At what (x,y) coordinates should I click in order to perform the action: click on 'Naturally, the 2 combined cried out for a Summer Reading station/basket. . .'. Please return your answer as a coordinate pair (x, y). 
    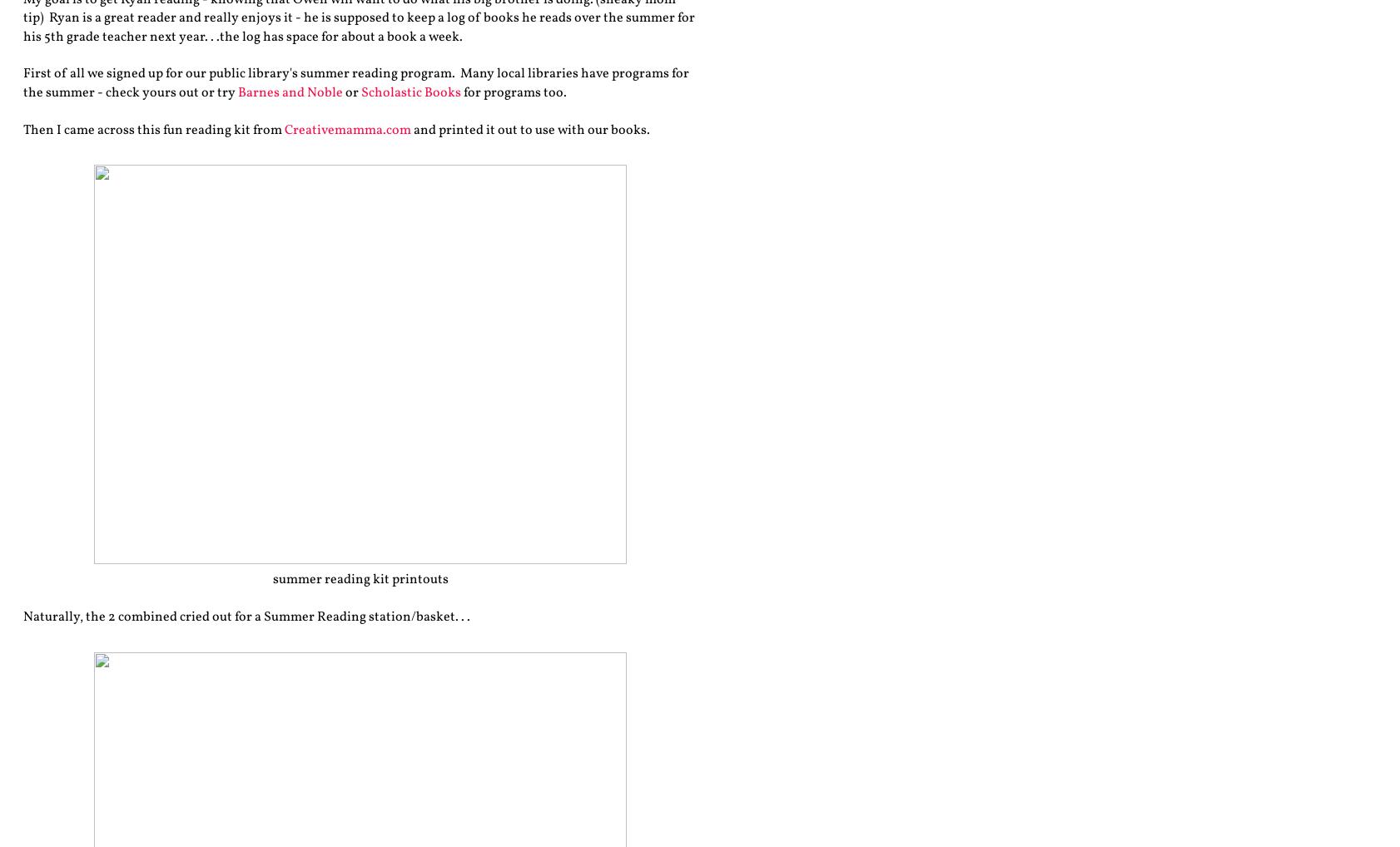
    Looking at the image, I should click on (246, 617).